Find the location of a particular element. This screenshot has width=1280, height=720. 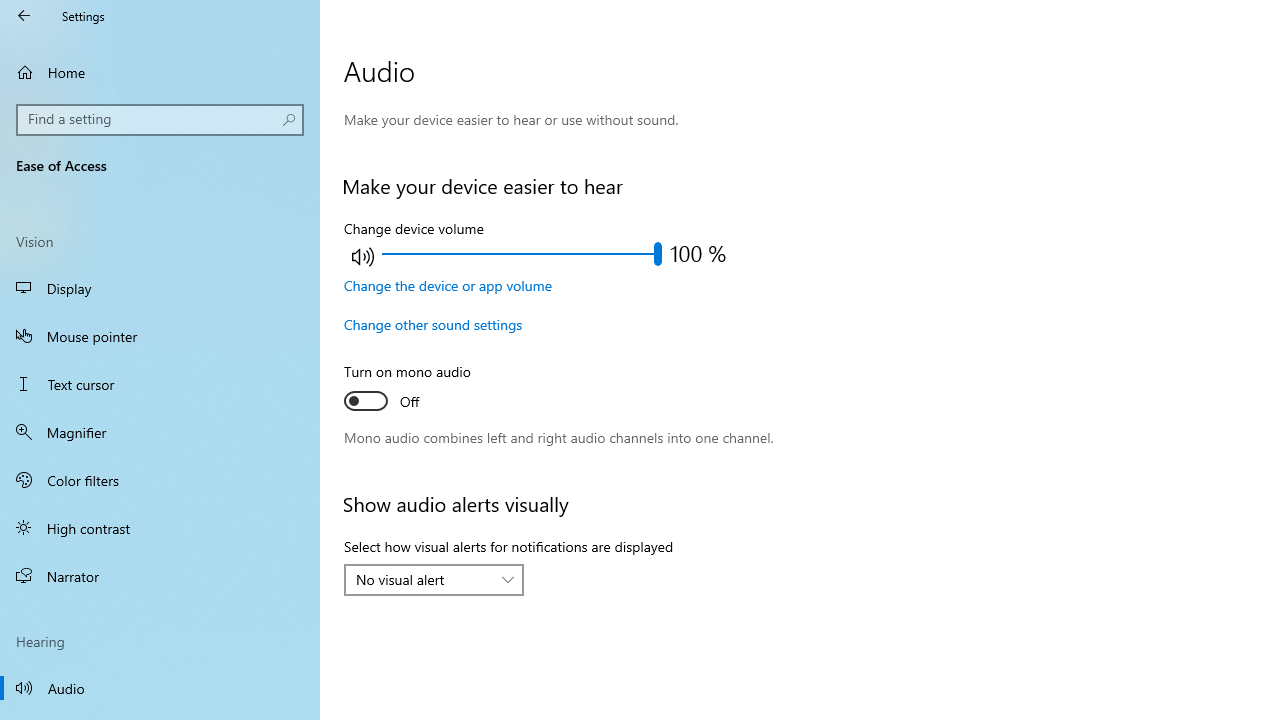

'Select how visual alerts for notifications are displayed' is located at coordinates (432, 579).